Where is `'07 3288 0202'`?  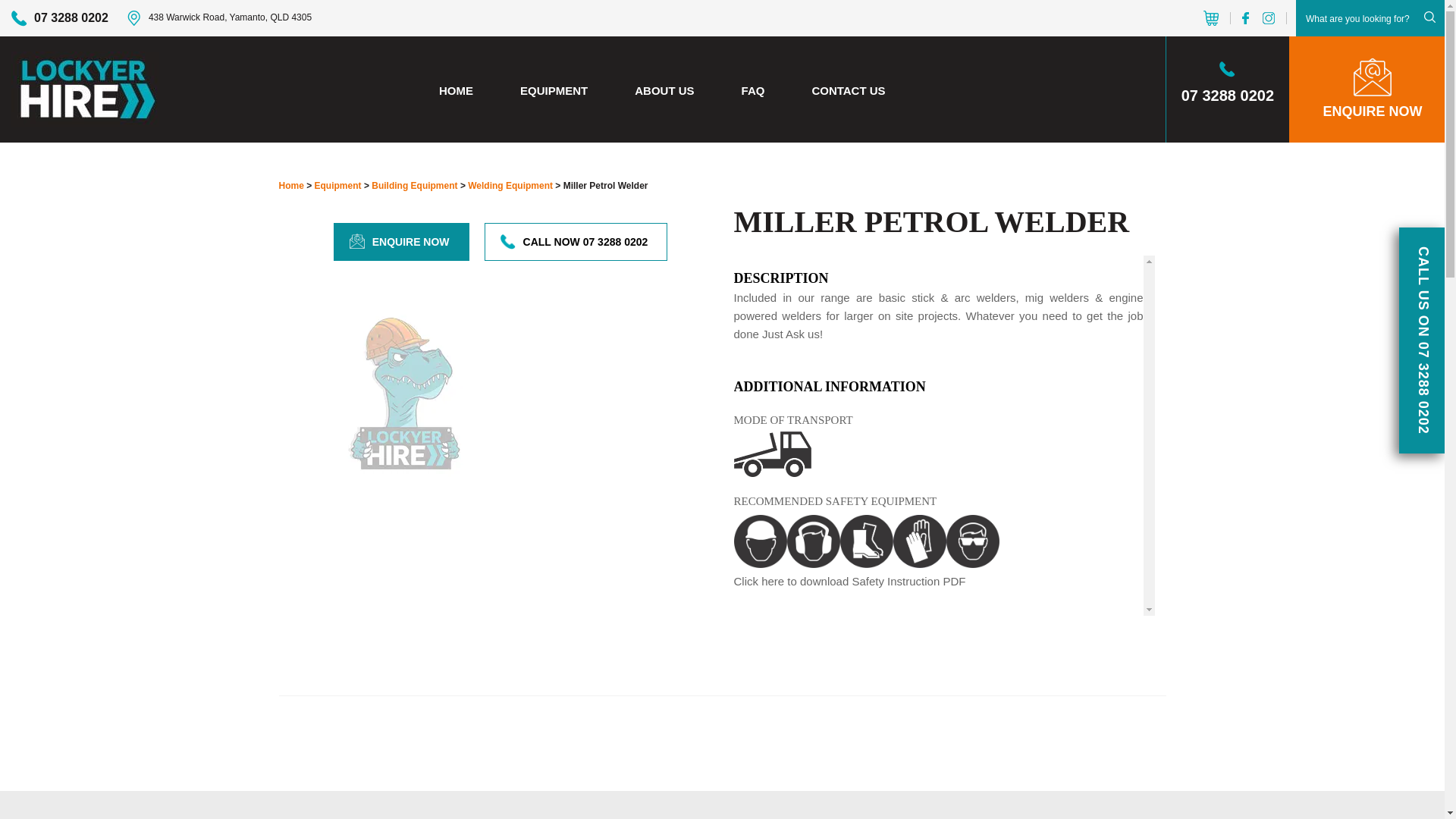
'07 3288 0202' is located at coordinates (1227, 89).